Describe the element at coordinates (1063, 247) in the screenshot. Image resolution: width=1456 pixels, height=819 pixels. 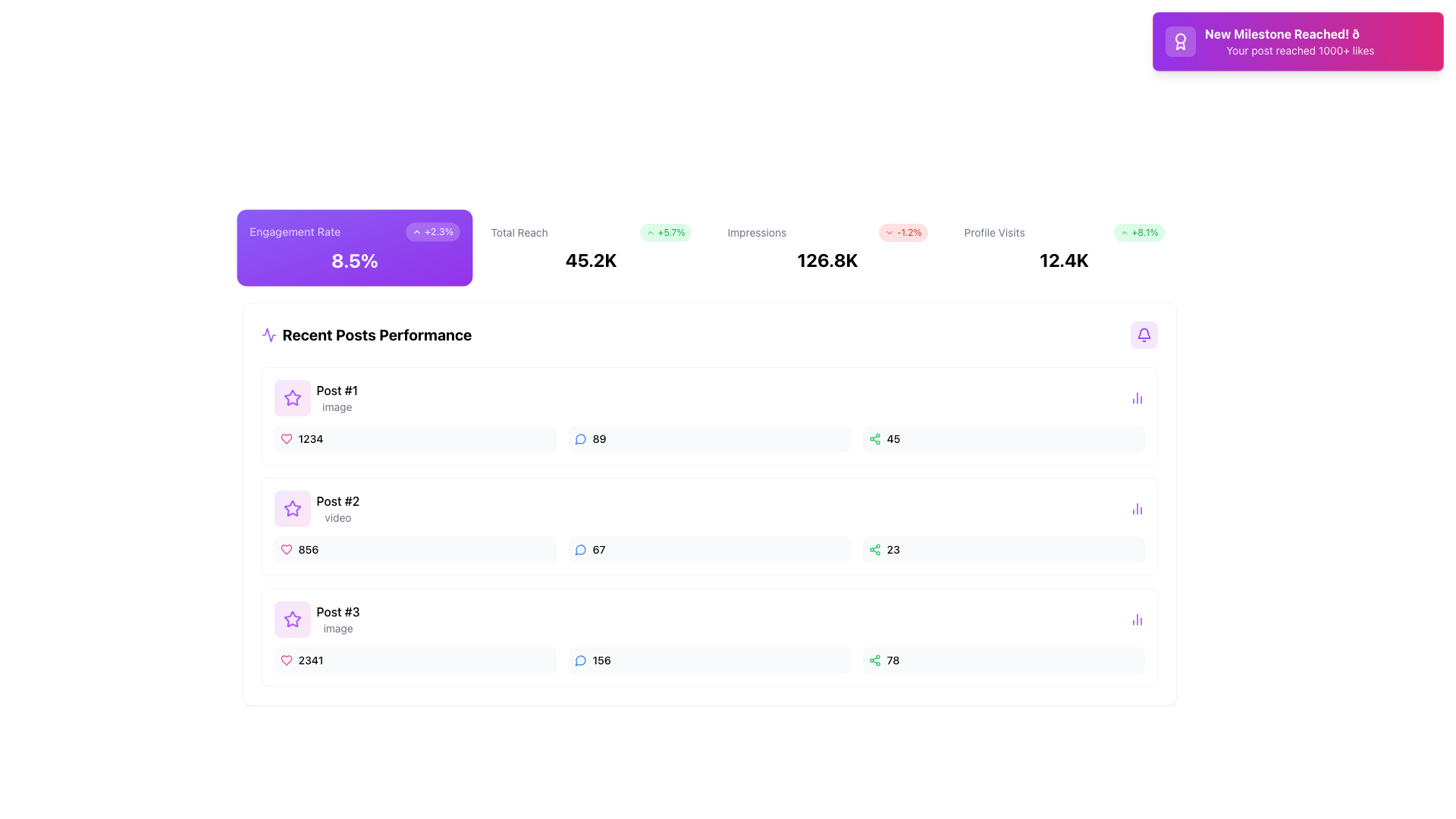
I see `displayed data from the Informative data card located in the top-right corner of the grid, which shows 'Profile Visits' with a value of '12.4K' and a badge of '+8.1%'` at that location.